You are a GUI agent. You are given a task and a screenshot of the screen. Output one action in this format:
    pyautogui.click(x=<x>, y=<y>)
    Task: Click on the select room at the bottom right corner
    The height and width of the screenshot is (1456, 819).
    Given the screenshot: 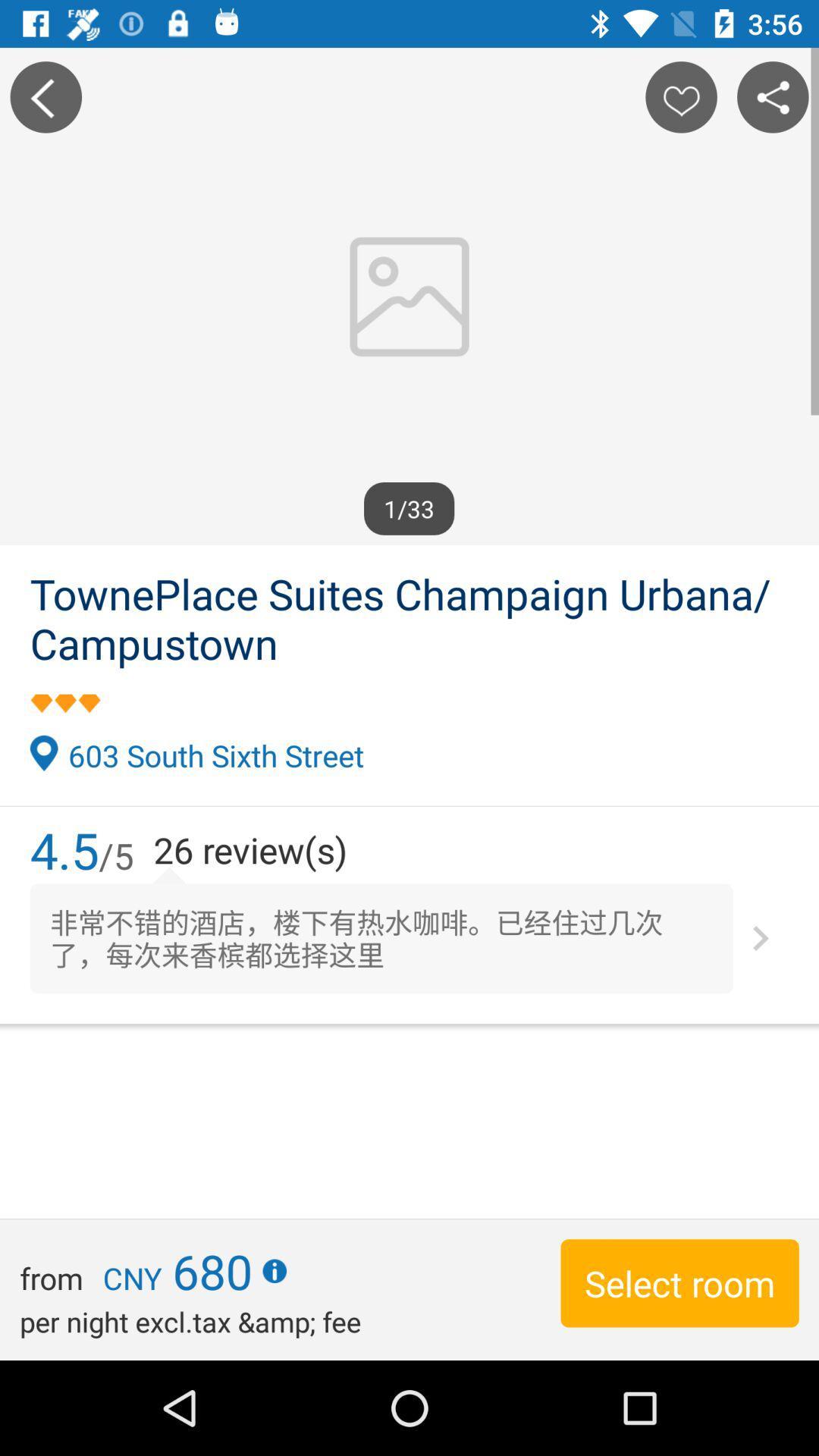 What is the action you would take?
    pyautogui.click(x=679, y=1282)
    